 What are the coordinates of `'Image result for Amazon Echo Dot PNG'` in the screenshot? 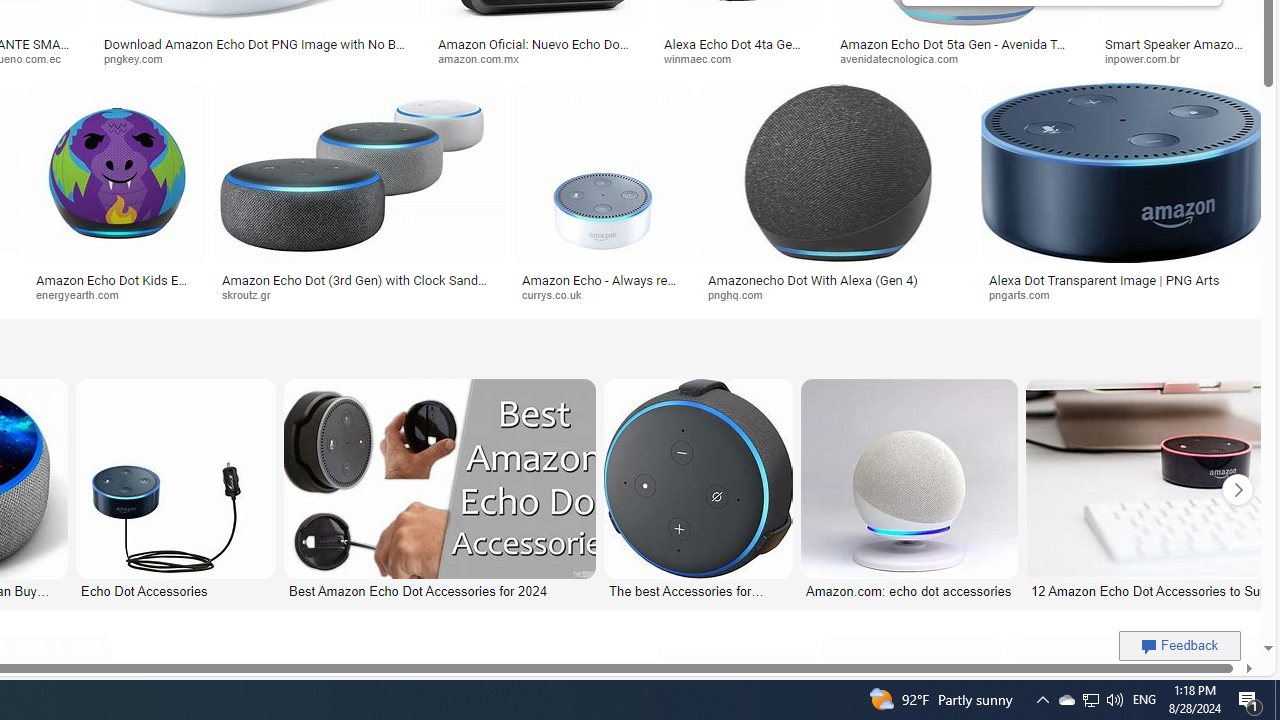 It's located at (1123, 171).